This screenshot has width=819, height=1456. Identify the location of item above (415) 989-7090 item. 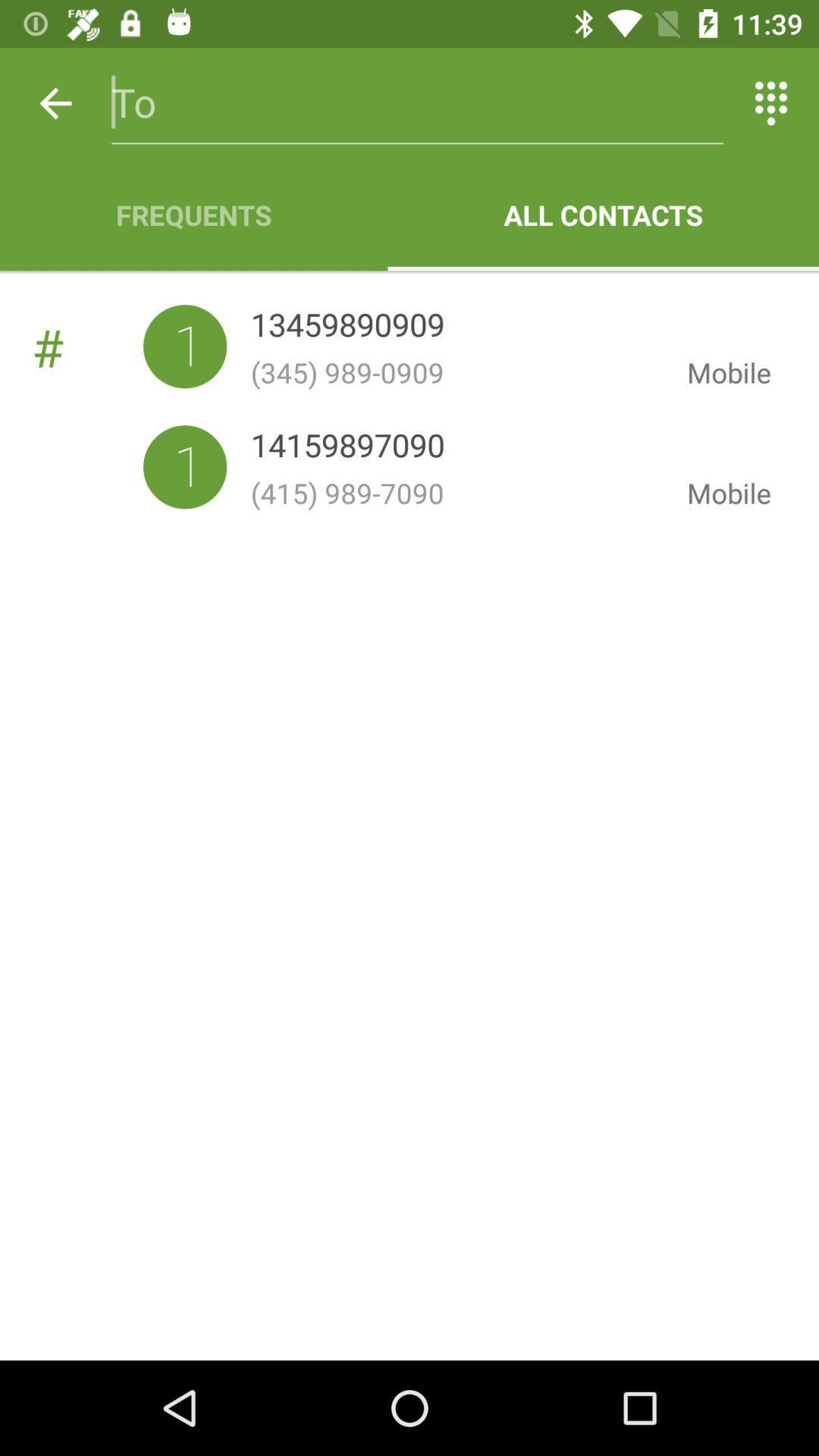
(347, 447).